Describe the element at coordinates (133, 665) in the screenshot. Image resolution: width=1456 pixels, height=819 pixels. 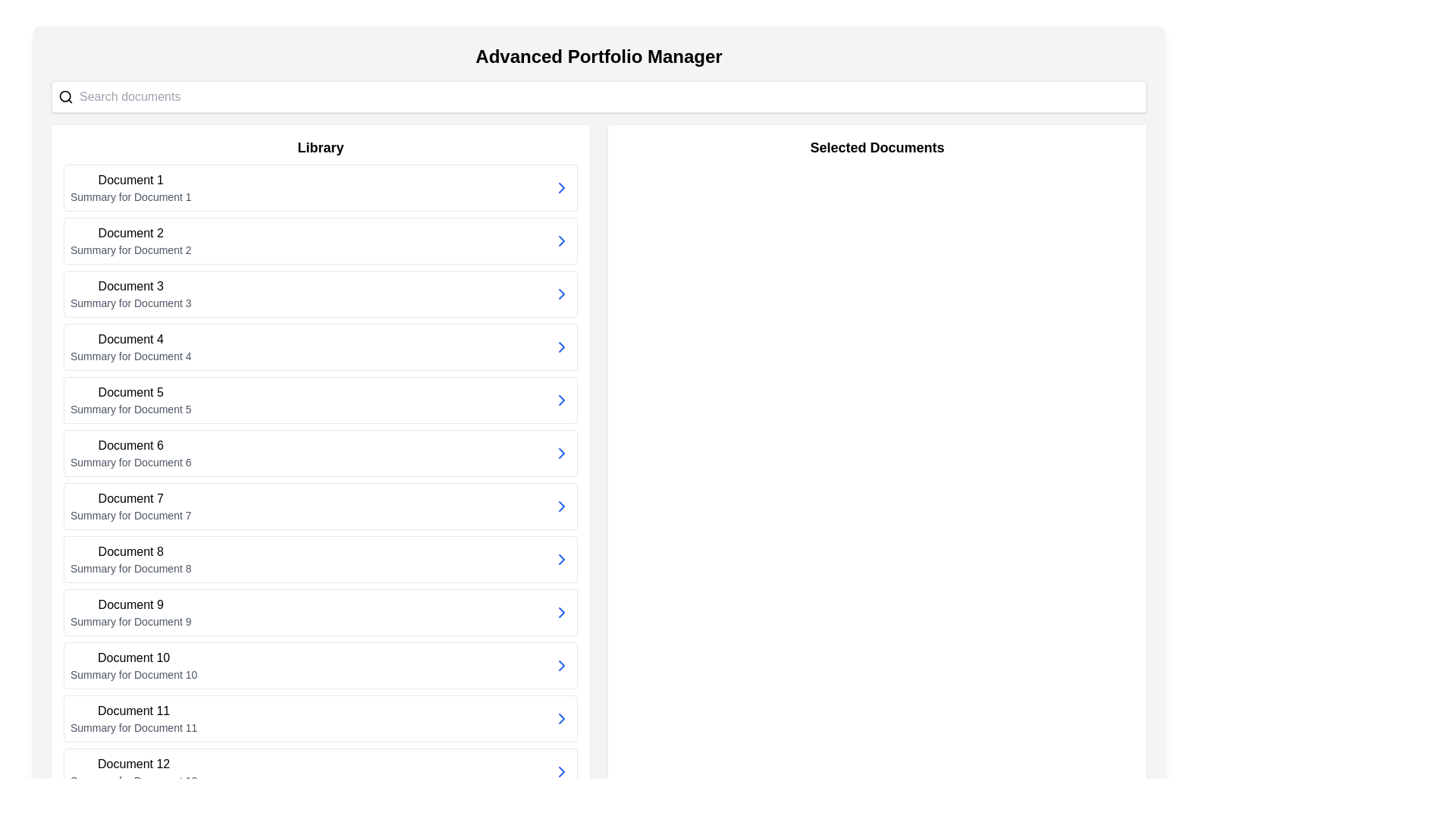
I see `the 10th list item under the 'Library' header that provides information about a document, including its name and a brief summary to show options` at that location.